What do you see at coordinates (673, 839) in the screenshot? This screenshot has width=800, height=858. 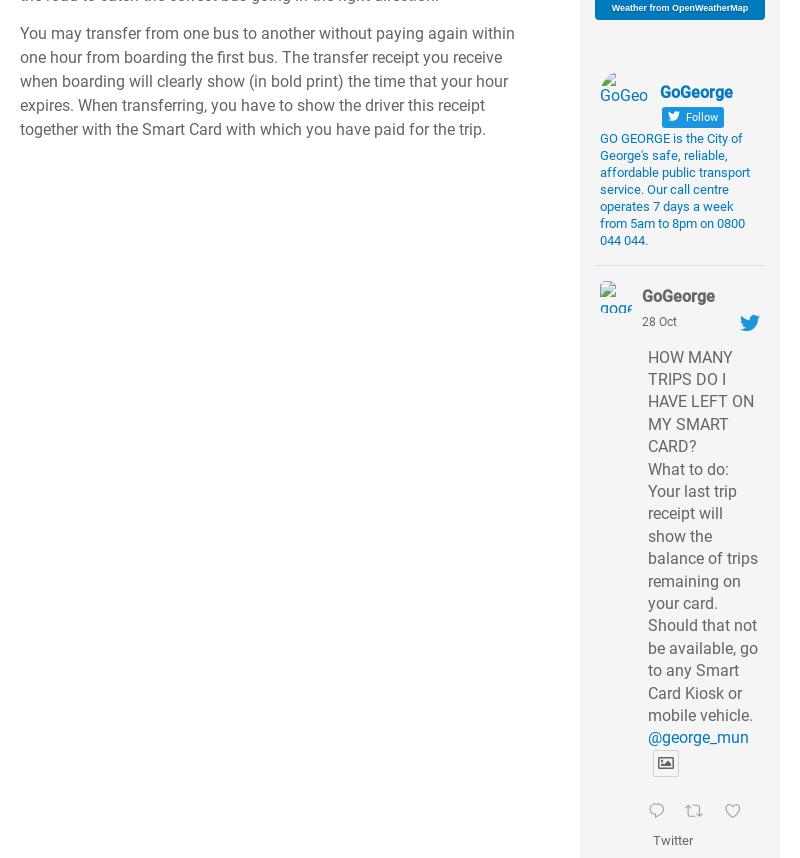 I see `'Twitter'` at bounding box center [673, 839].